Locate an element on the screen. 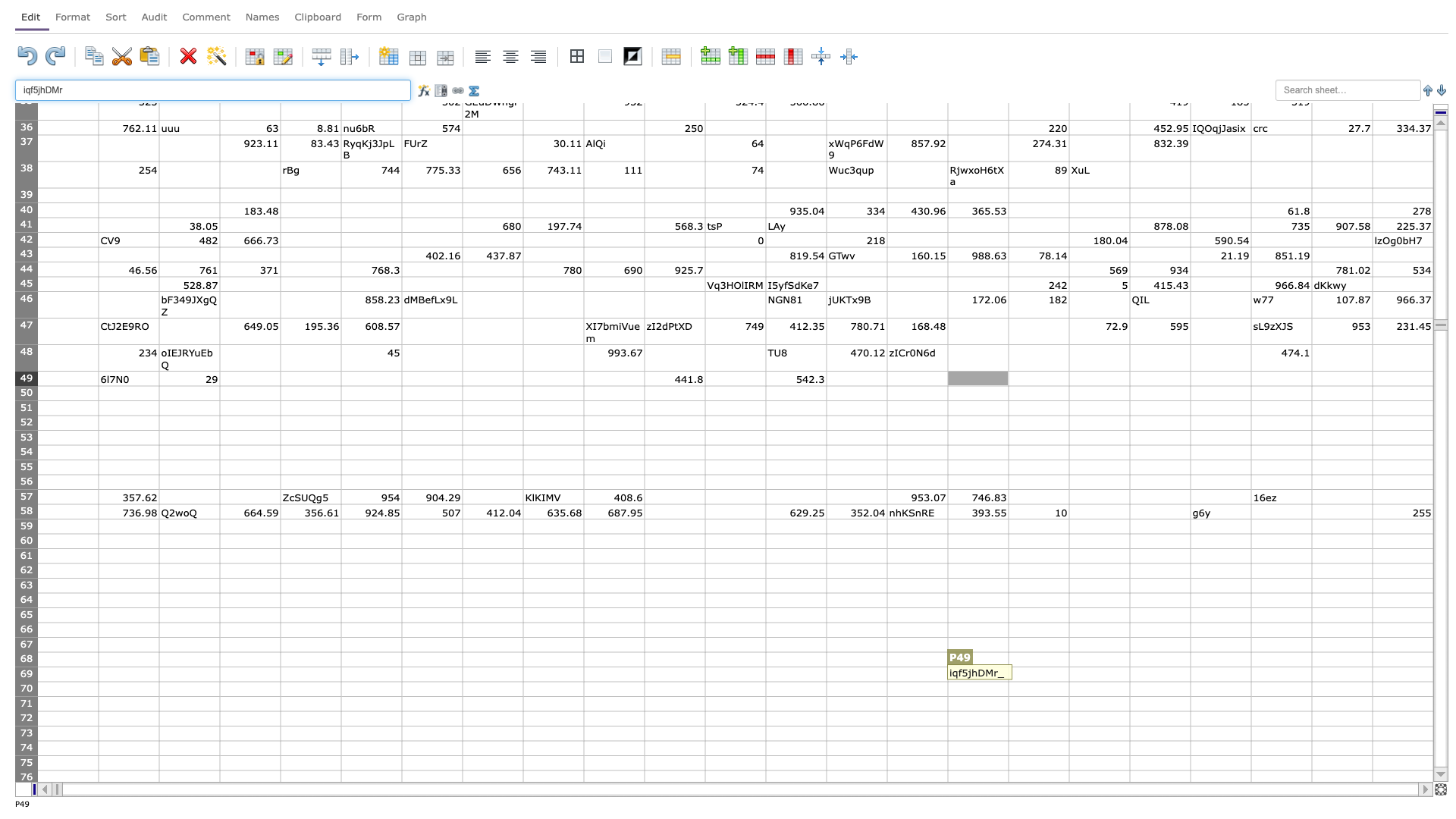 The image size is (1456, 819). Fill handle of cell R-69 is located at coordinates (1129, 680).